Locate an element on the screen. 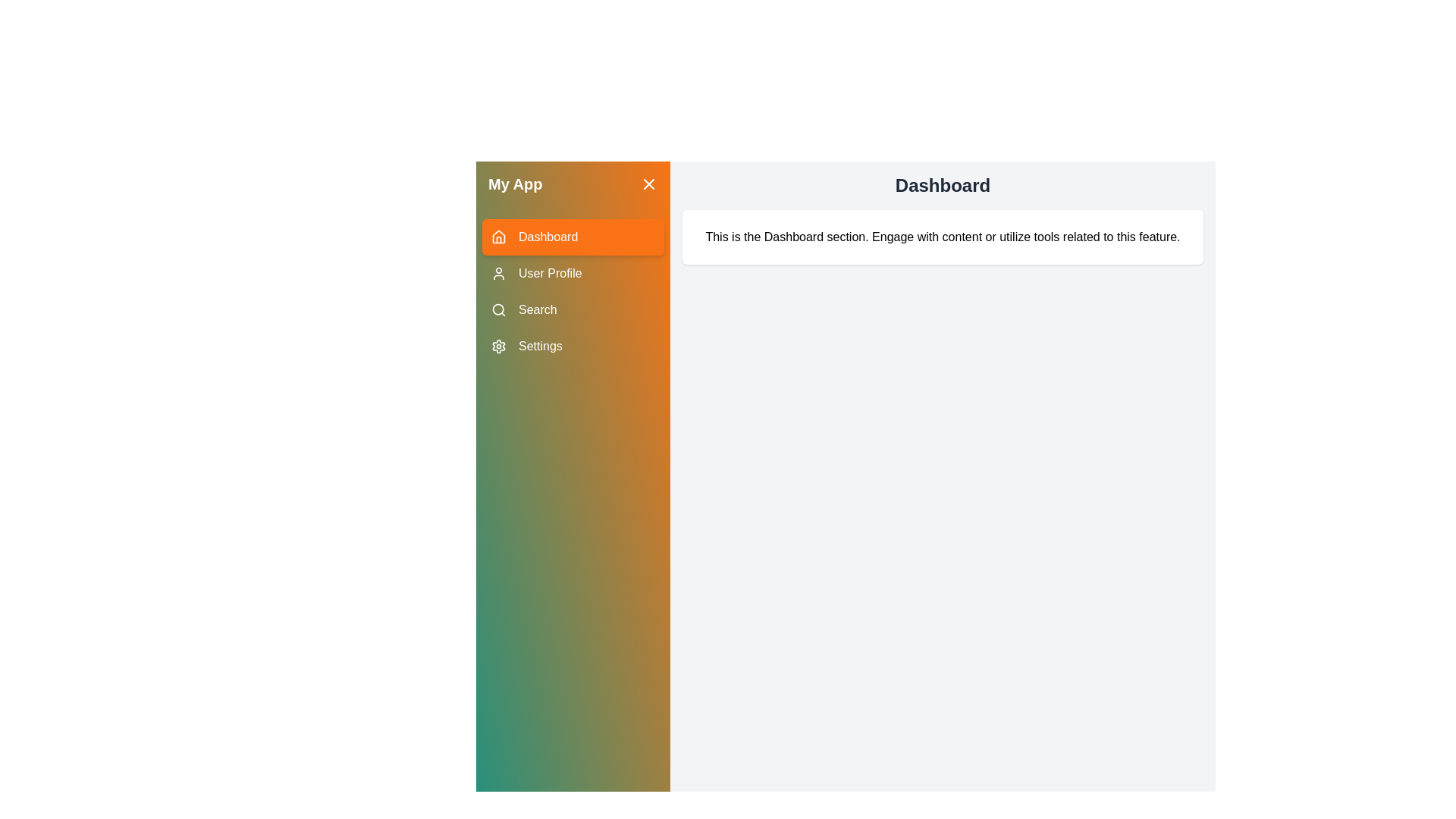 This screenshot has height=819, width=1456. the menu item labeled Settings to observe its hover effect is located at coordinates (572, 346).